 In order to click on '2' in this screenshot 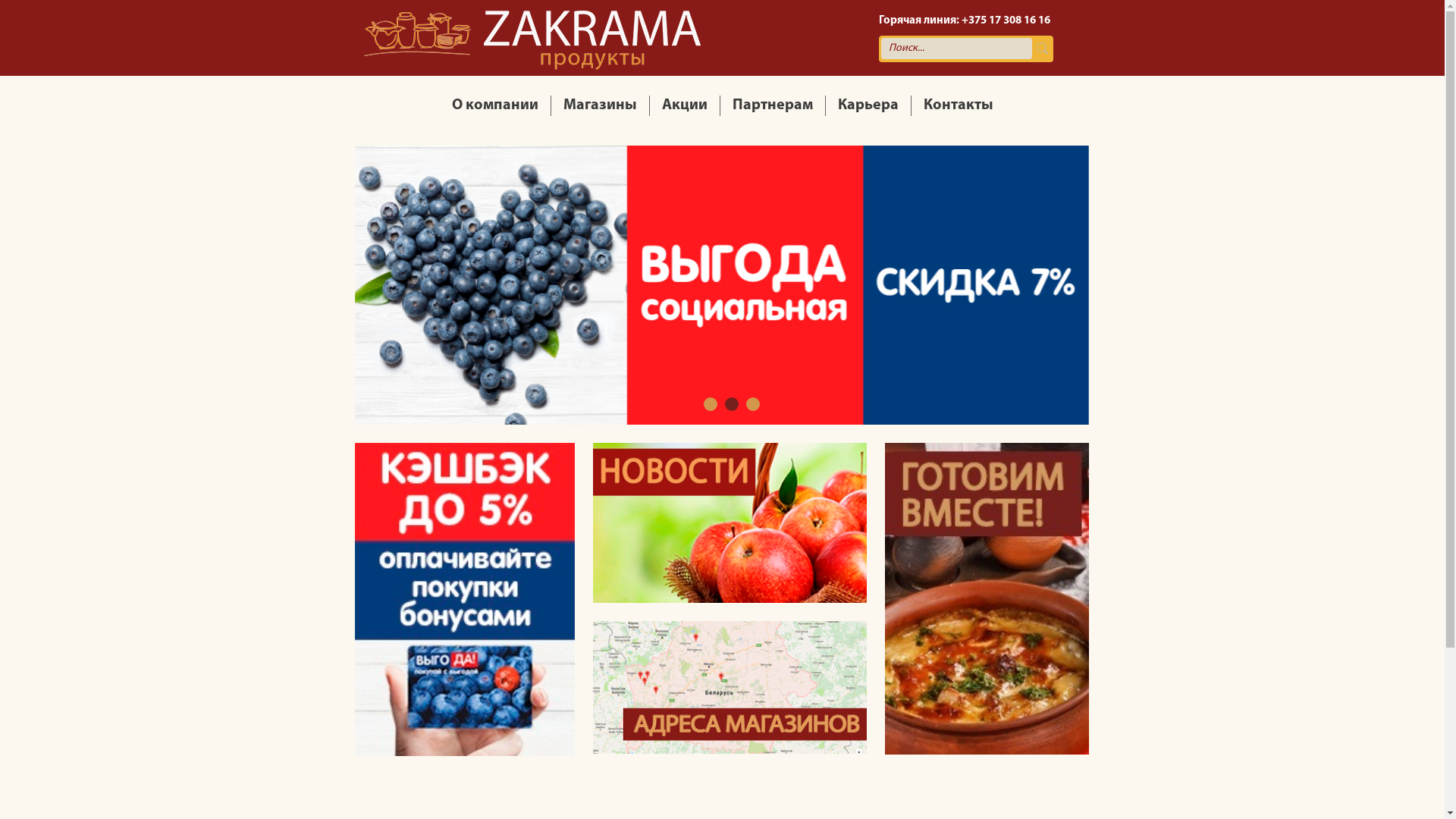, I will do `click(731, 403)`.